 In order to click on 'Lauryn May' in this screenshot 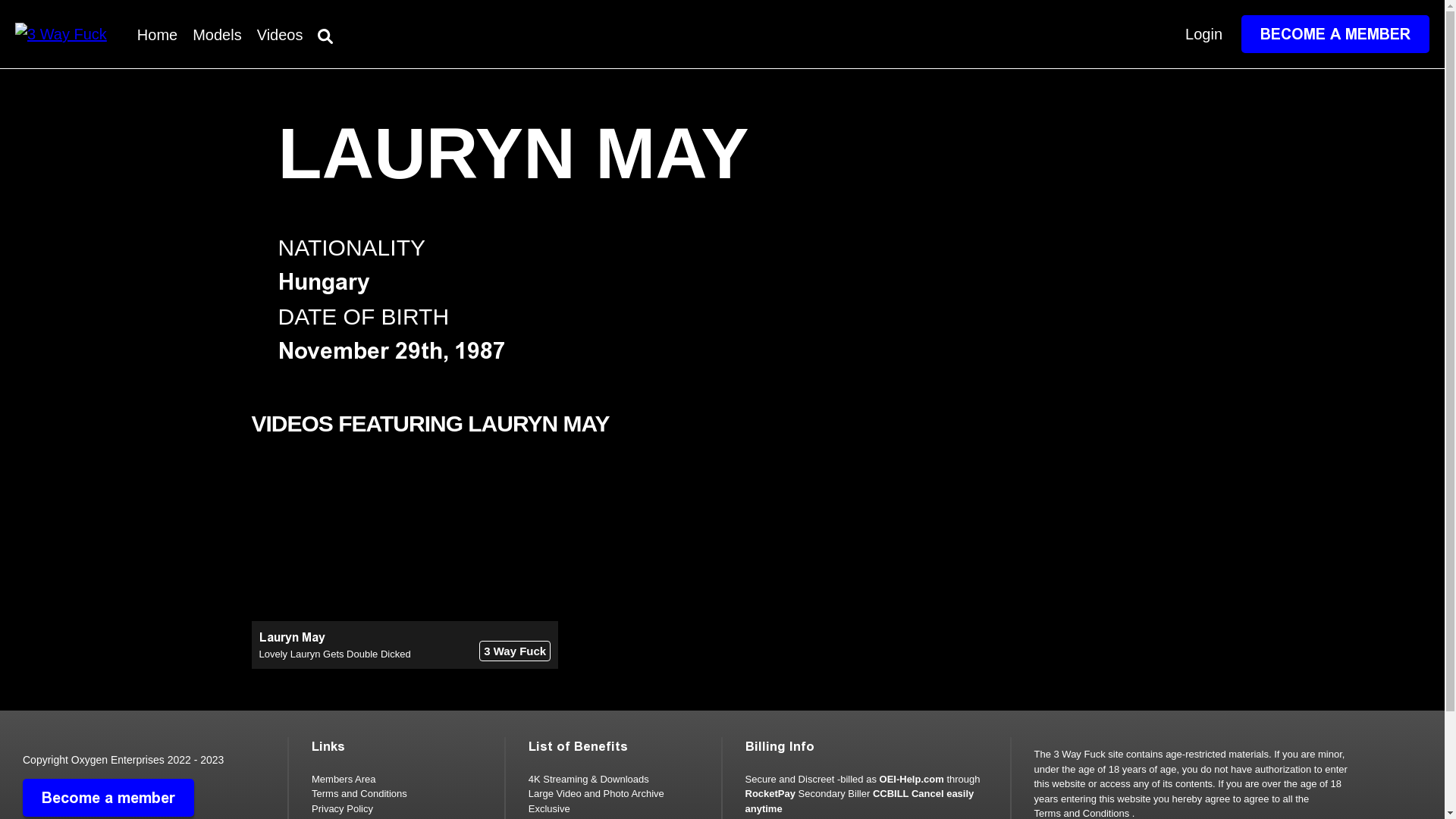, I will do `click(292, 637)`.